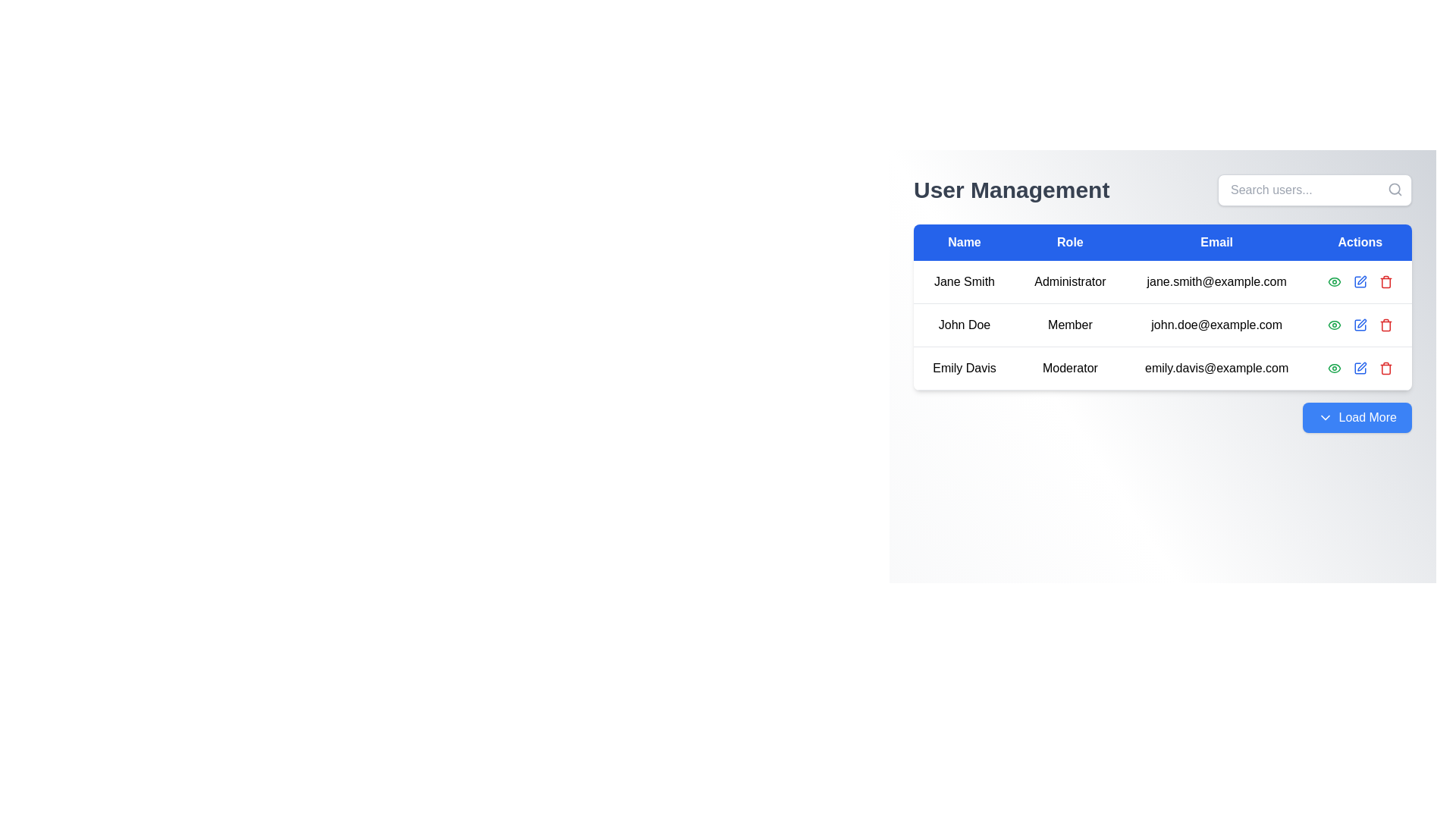  I want to click on the Icon button in the 'Actions' column for 'Jane Smith', so click(1333, 369).